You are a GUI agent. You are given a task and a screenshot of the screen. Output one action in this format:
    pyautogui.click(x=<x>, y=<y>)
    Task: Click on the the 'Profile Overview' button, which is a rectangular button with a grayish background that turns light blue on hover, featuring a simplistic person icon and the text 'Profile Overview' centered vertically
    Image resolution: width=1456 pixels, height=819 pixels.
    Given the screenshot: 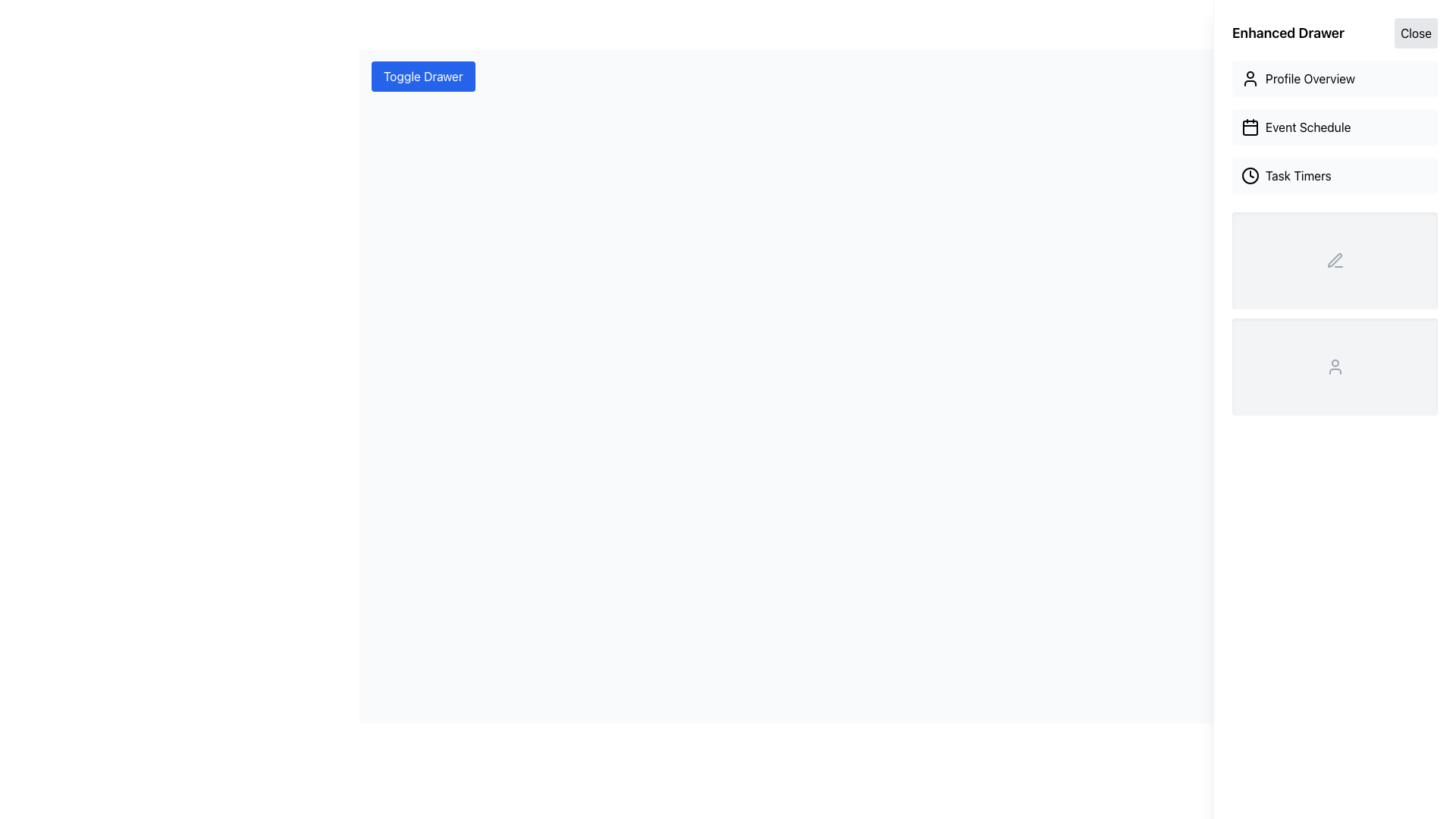 What is the action you would take?
    pyautogui.click(x=1335, y=79)
    